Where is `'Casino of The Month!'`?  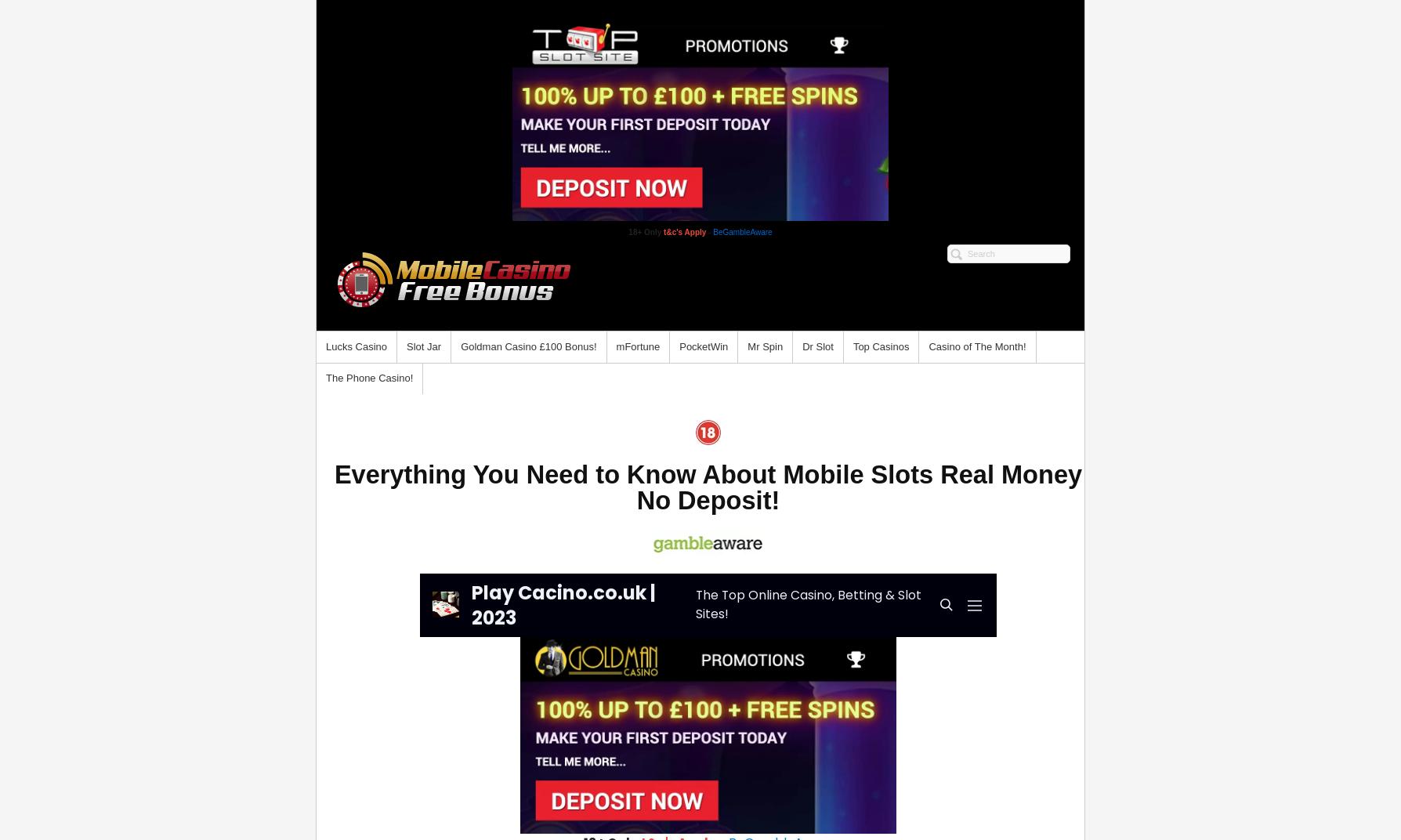
'Casino of The Month!' is located at coordinates (976, 346).